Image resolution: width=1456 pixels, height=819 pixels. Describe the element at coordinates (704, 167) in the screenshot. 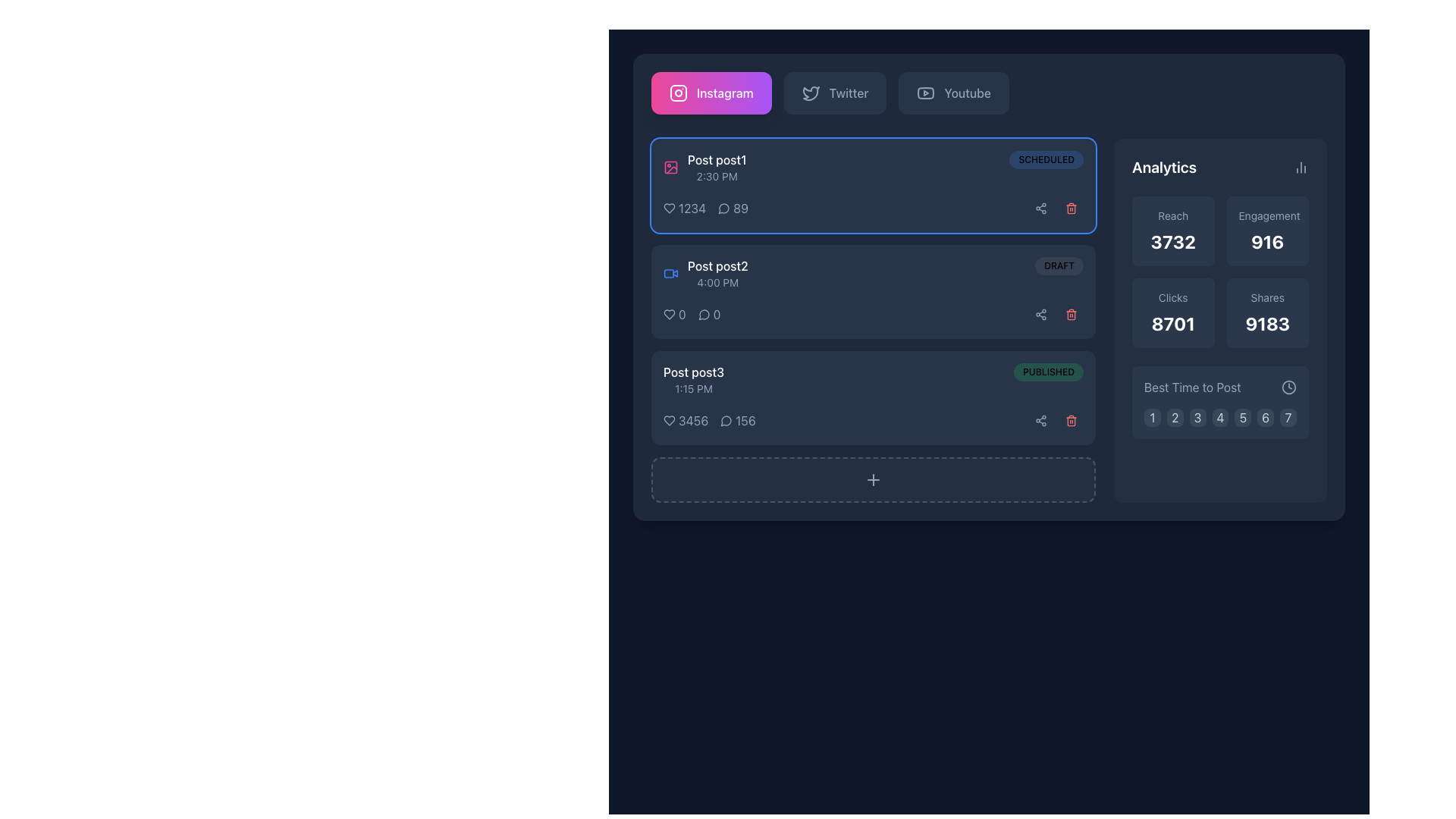

I see `the pink icon of the square image outline with a circular element in the Content item header labeled 'Post post1' to preview the media` at that location.